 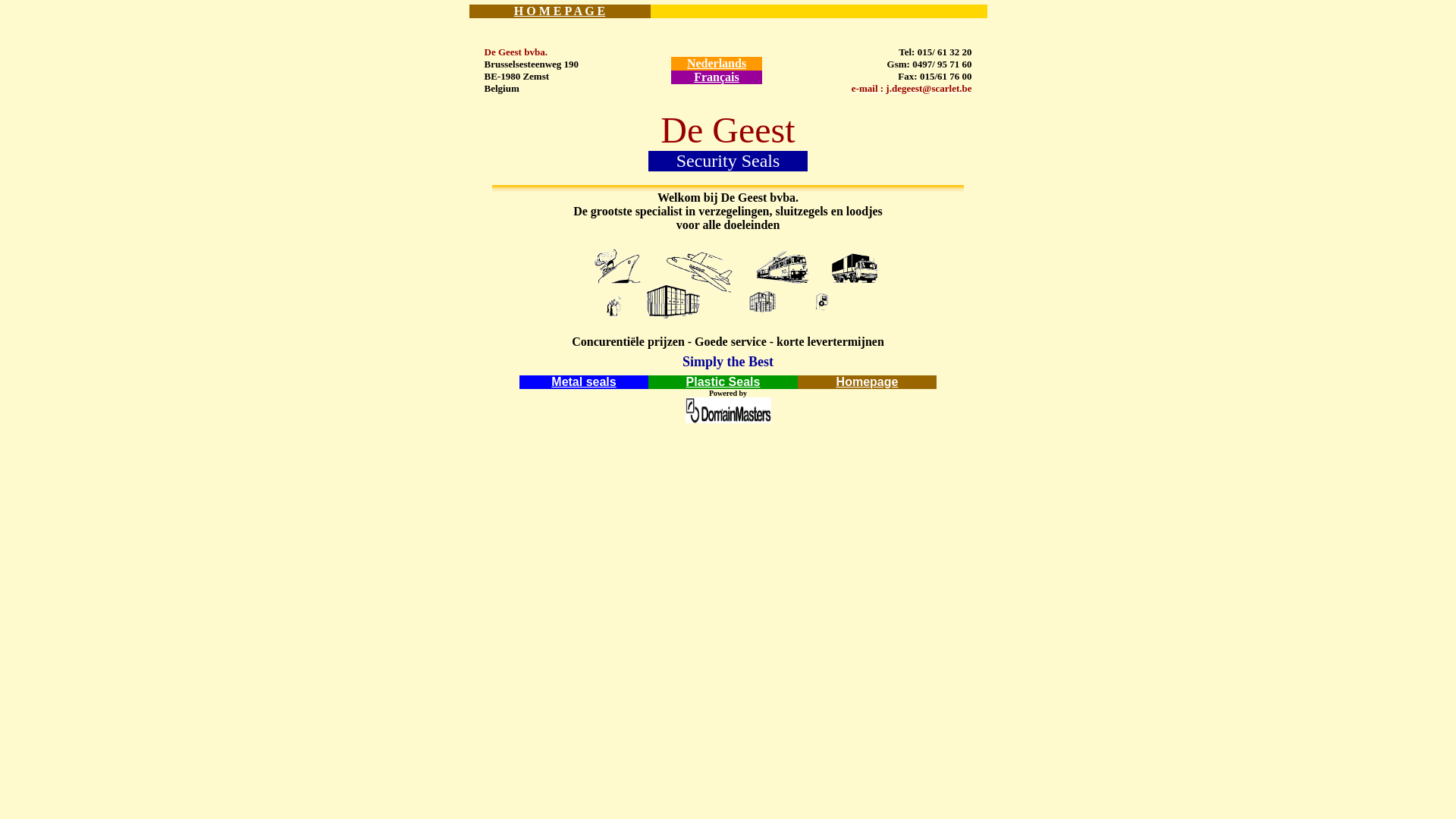 I want to click on 'Plastic Seals', so click(x=686, y=381).